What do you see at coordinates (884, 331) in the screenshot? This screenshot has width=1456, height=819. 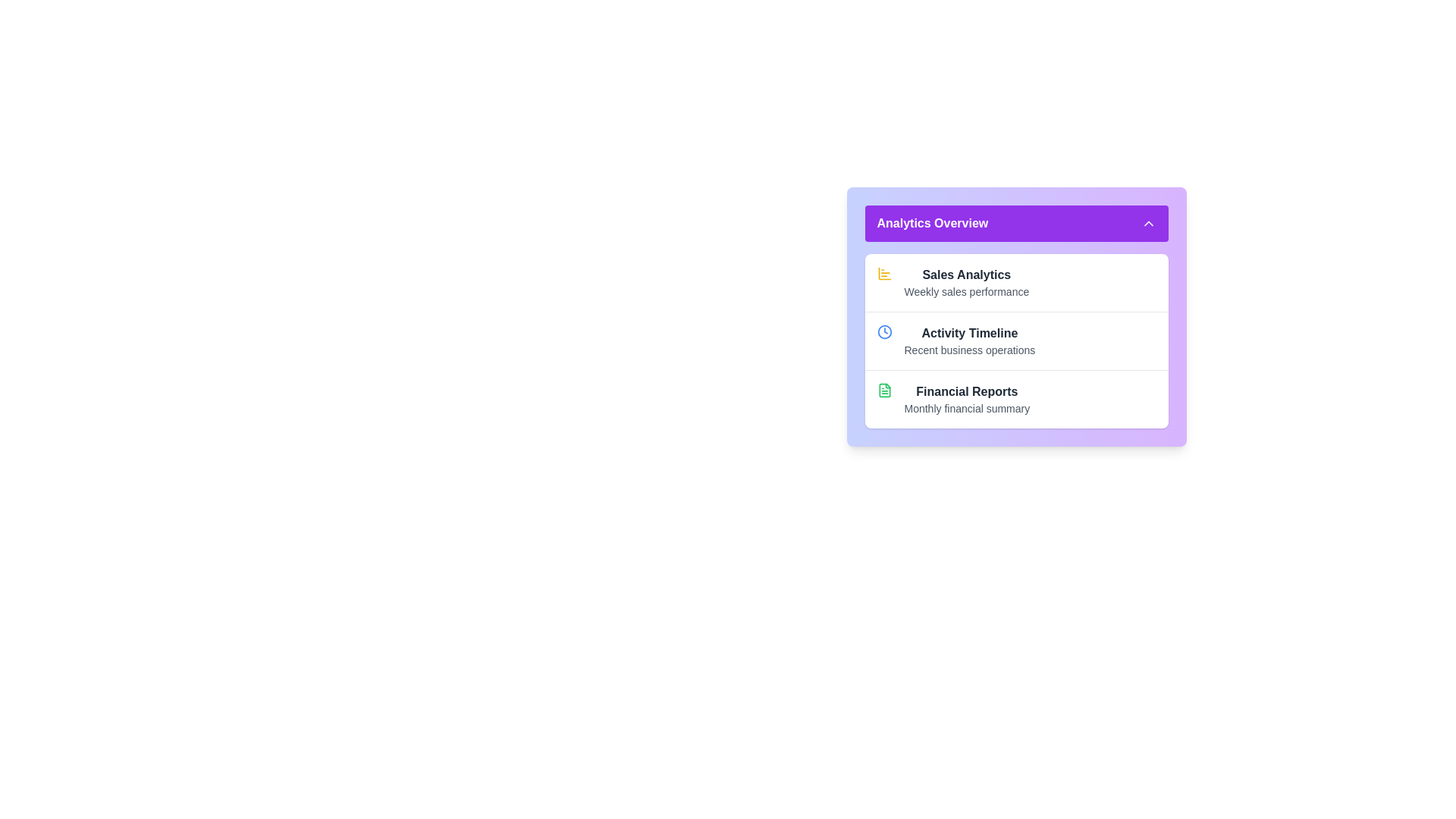 I see `the clock icon with a blue color and circular outline located in the 'Activity Timeline' section of the 'Analytics Overview' panel, positioned to the left of the 'Activity Timeline' text` at bounding box center [884, 331].